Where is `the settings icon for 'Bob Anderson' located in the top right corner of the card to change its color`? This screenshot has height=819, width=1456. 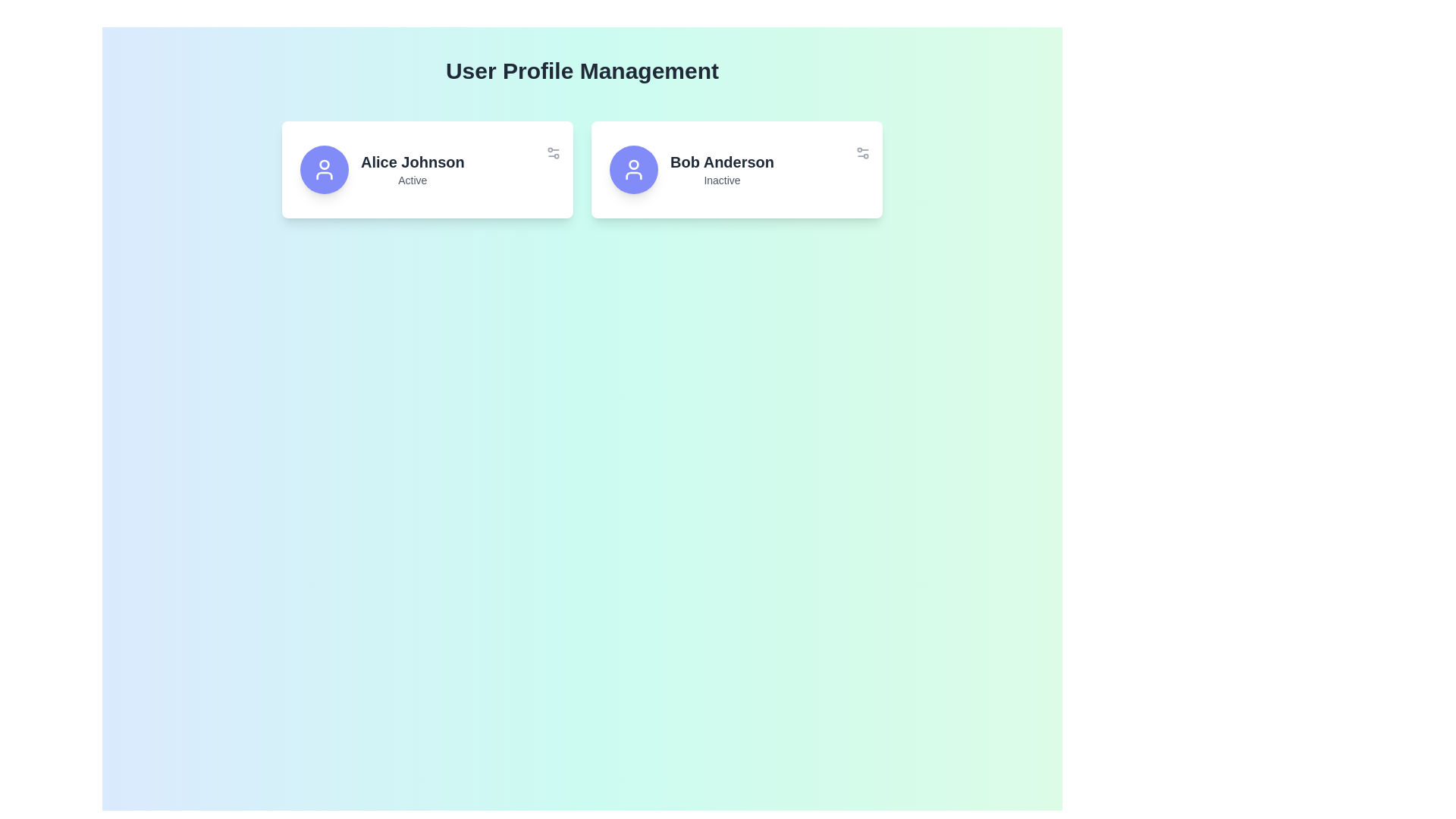 the settings icon for 'Bob Anderson' located in the top right corner of the card to change its color is located at coordinates (862, 152).